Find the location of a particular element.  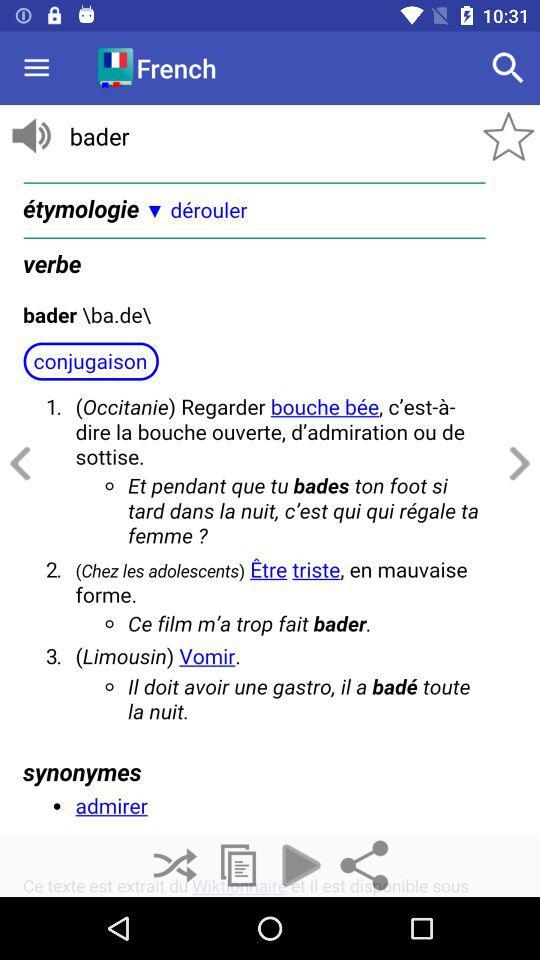

the arrow_forward icon is located at coordinates (516, 464).